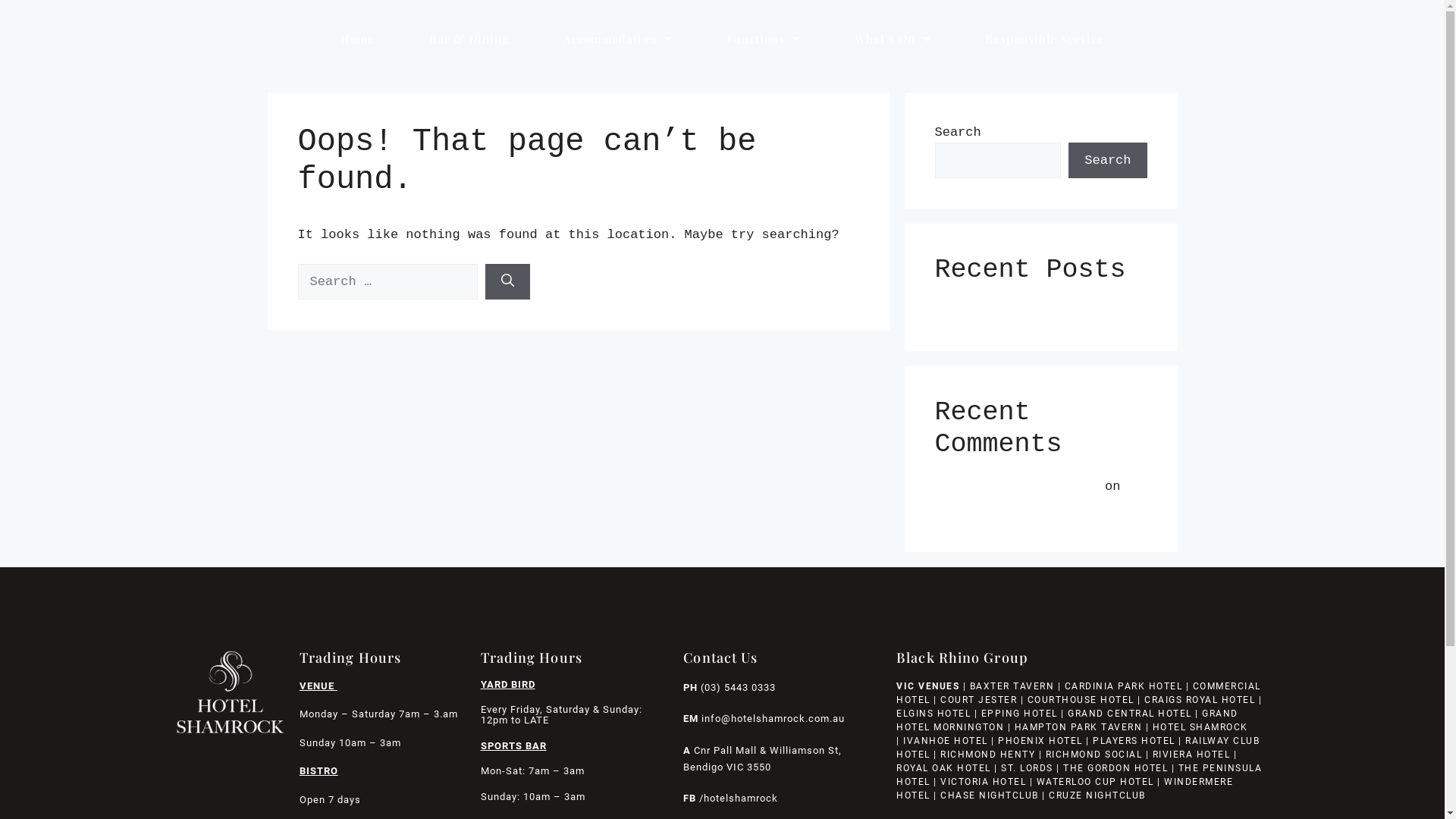 Image resolution: width=1456 pixels, height=819 pixels. Describe the element at coordinates (1012, 686) in the screenshot. I see `'BAXTER TAVERN'` at that location.